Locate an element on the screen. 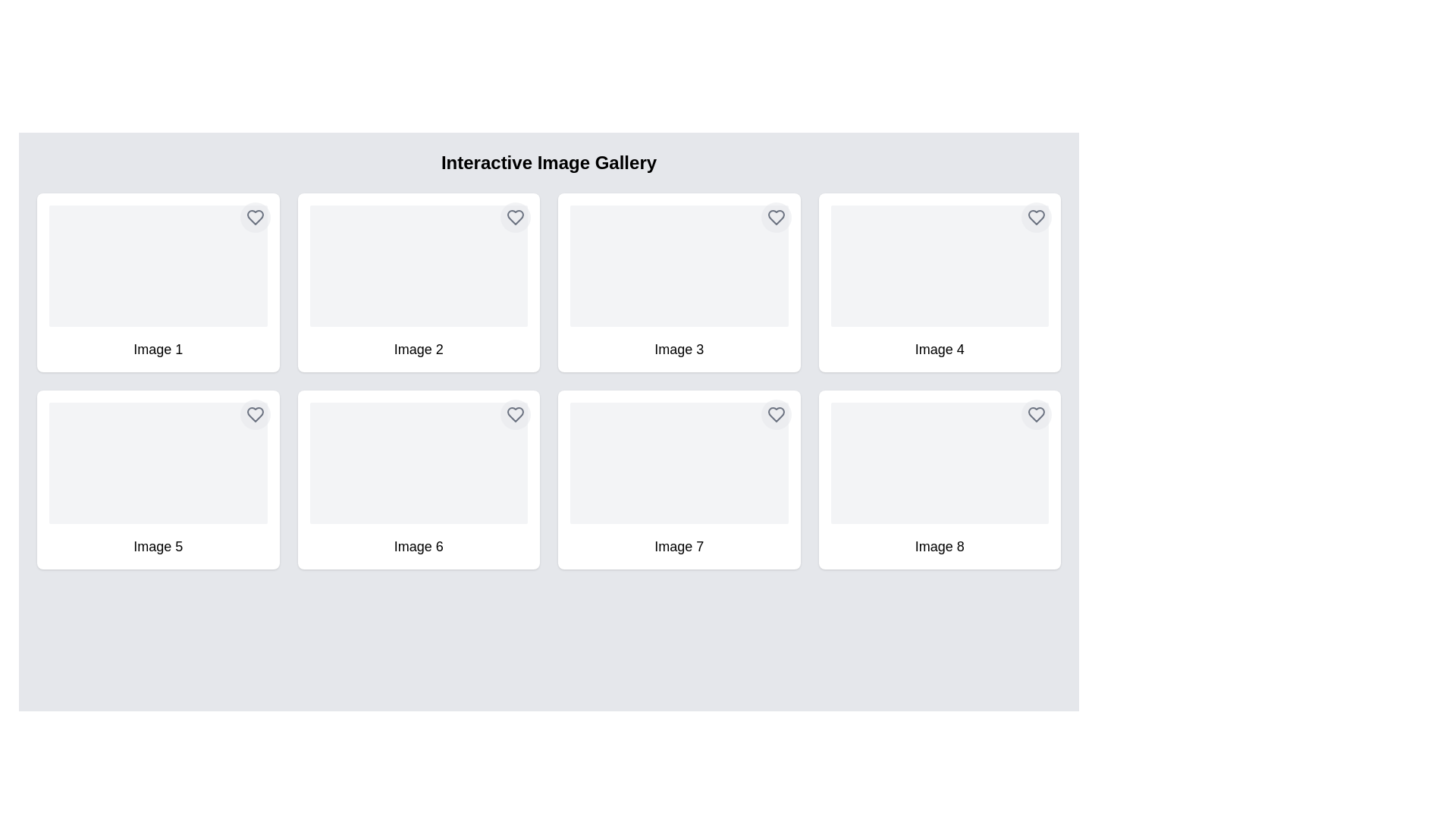  on the Gallery card located in the first row, fourth column of the grid layout, which serves as a placeholder for a gallery item and allows users is located at coordinates (939, 283).